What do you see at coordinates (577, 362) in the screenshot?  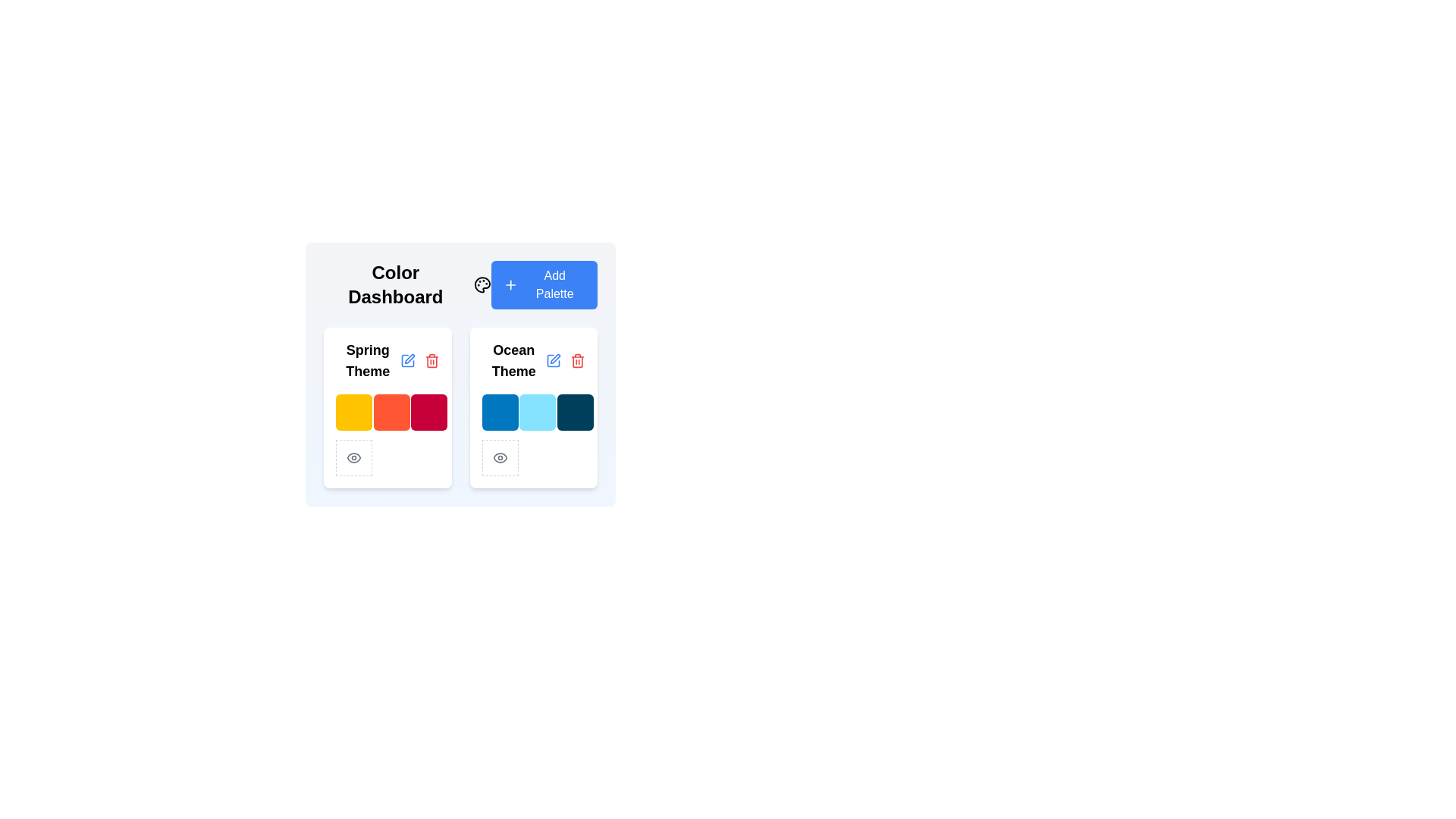 I see `the trash can icon fragment located at the top-right area of the interface, adjacent to the 'Ocean Theme' card` at bounding box center [577, 362].